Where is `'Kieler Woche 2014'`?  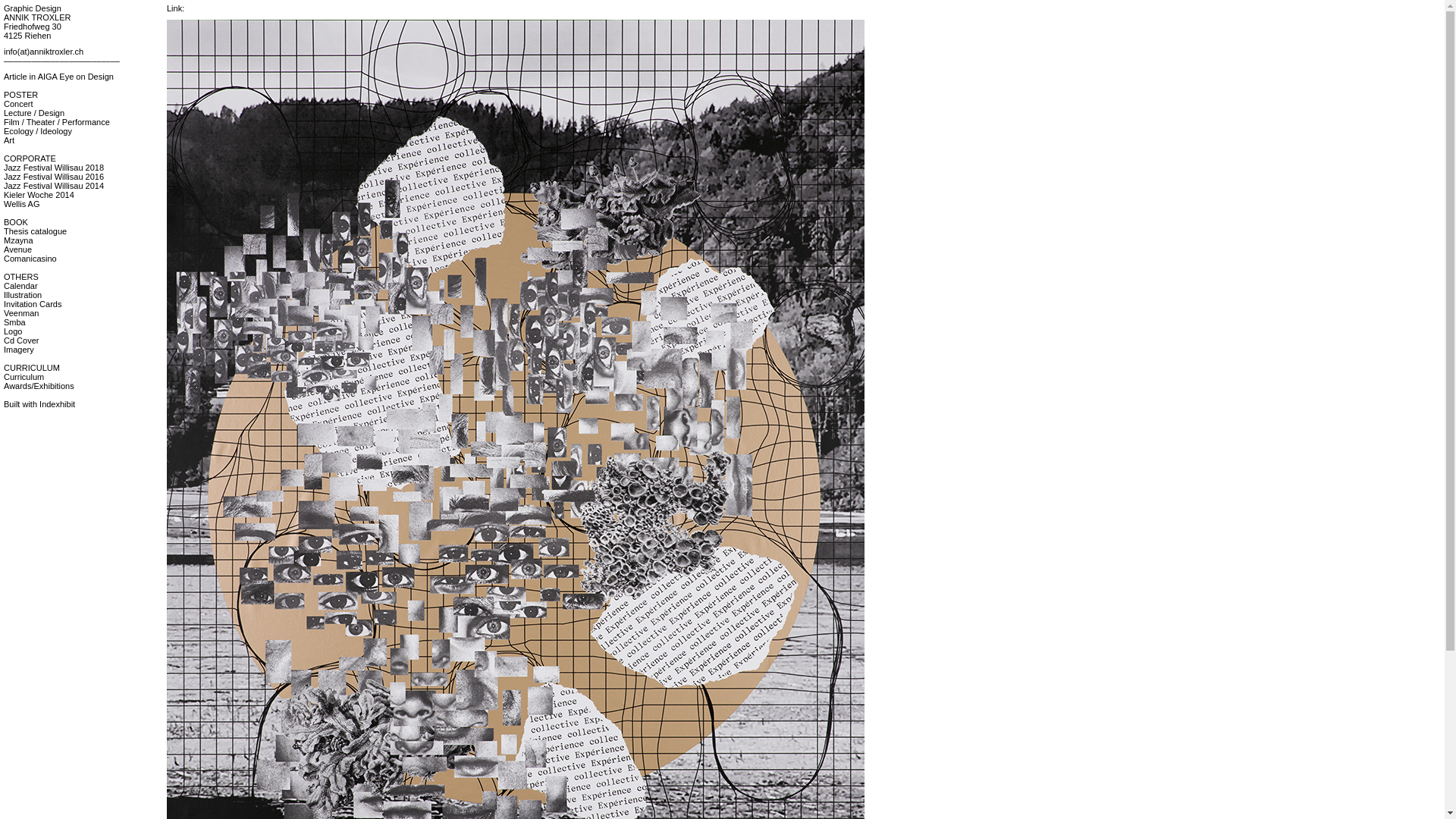 'Kieler Woche 2014' is located at coordinates (39, 194).